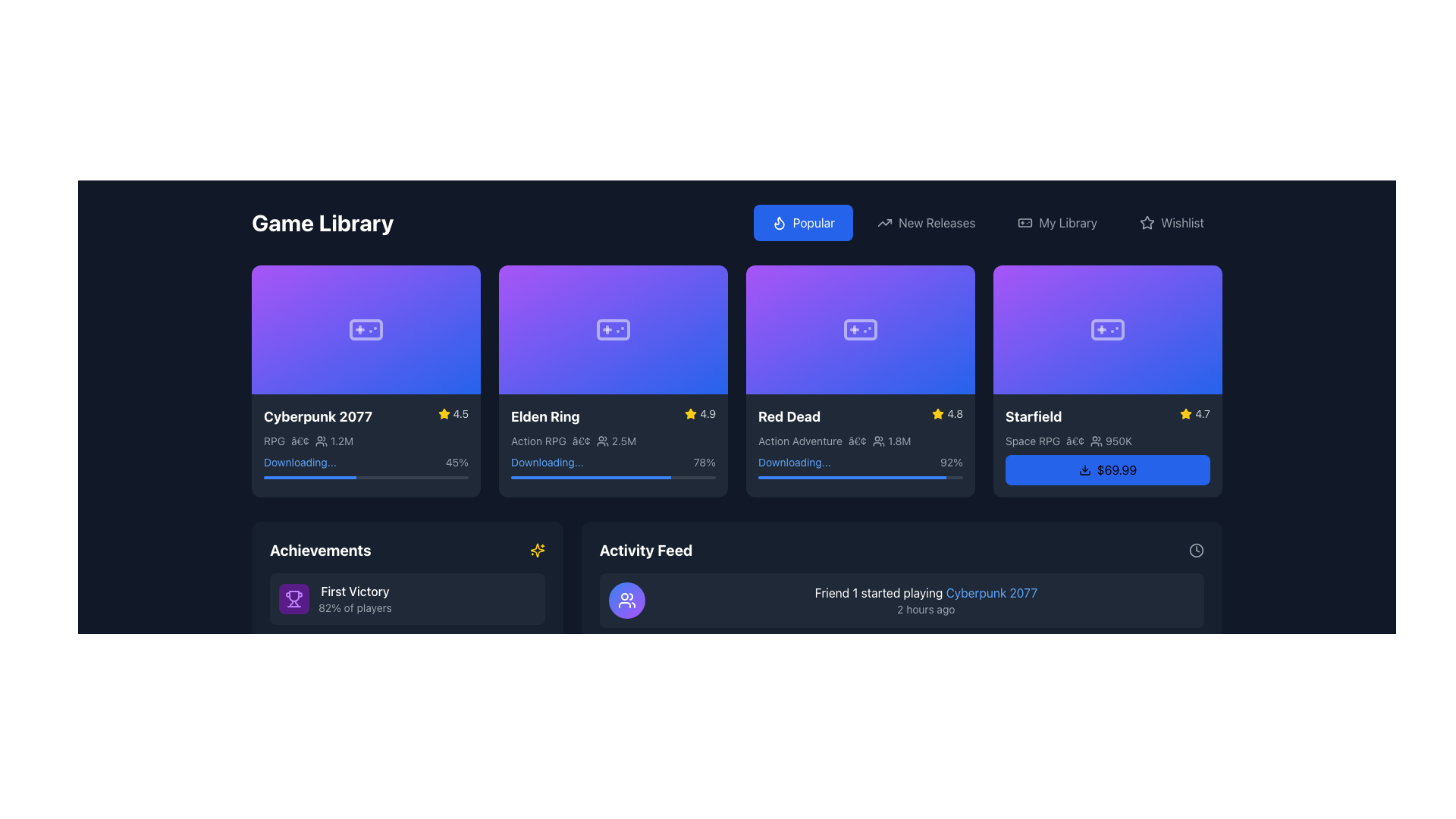  What do you see at coordinates (1201, 284) in the screenshot?
I see `the circular play button with a black background and transparency effects located at the top-right corner of the 'Starfield' product card` at bounding box center [1201, 284].